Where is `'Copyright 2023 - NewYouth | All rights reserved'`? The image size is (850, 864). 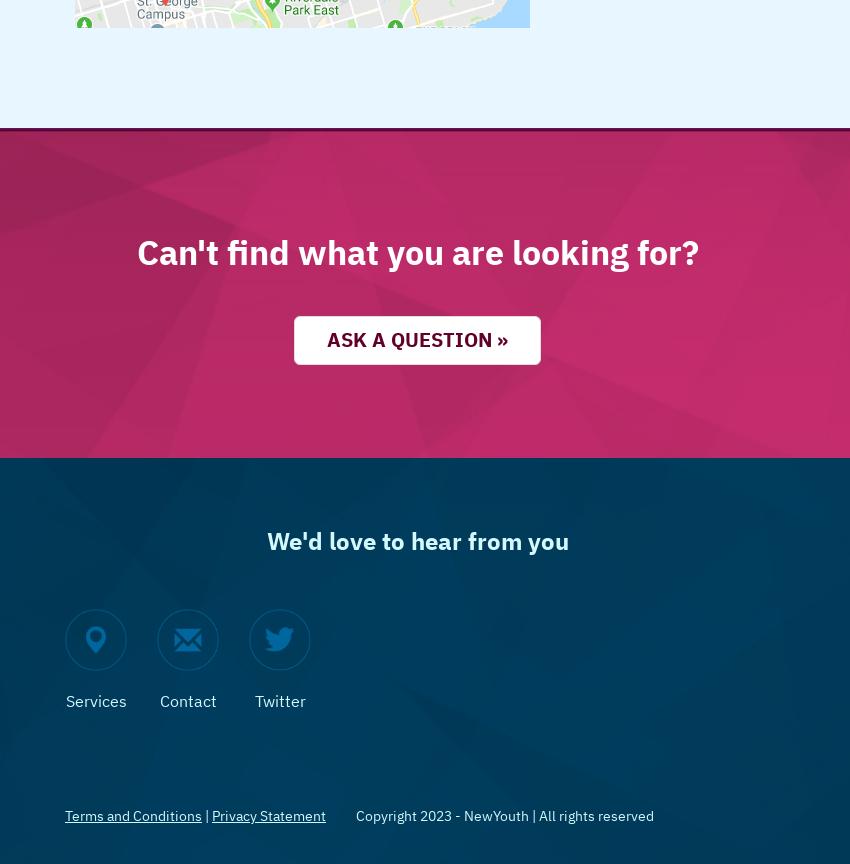 'Copyright 2023 - NewYouth | All rights reserved' is located at coordinates (504, 814).